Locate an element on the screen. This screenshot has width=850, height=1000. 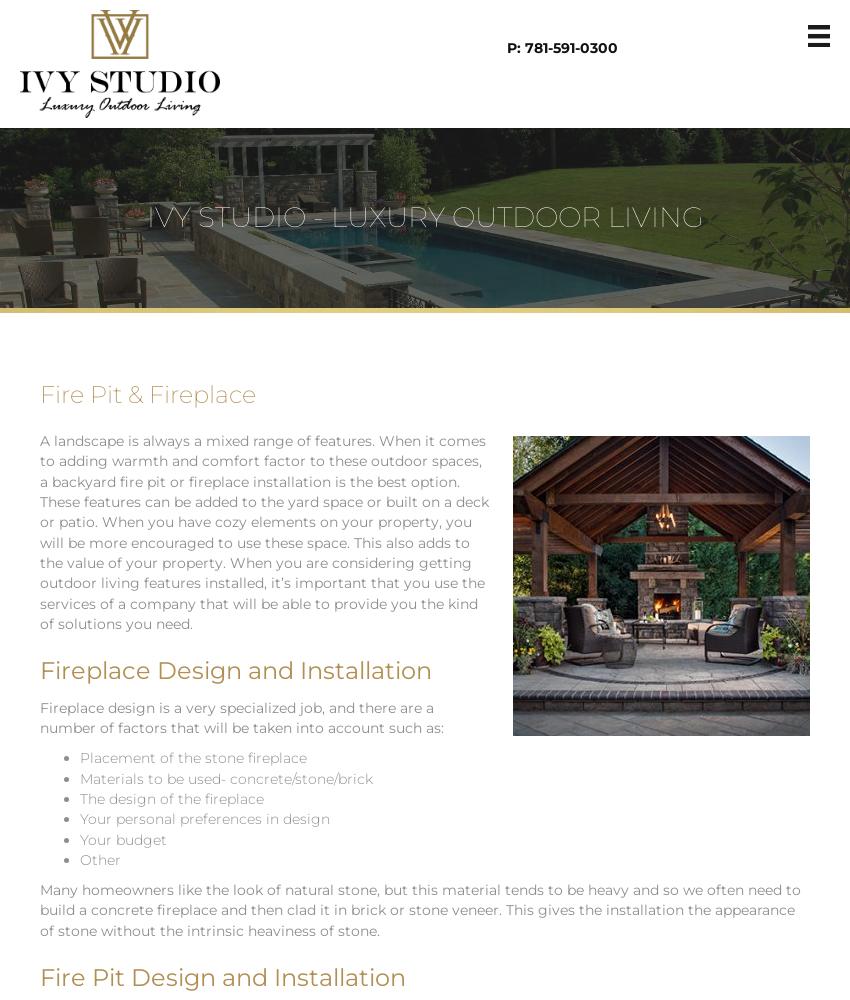
'781-591-0300' is located at coordinates (570, 48).